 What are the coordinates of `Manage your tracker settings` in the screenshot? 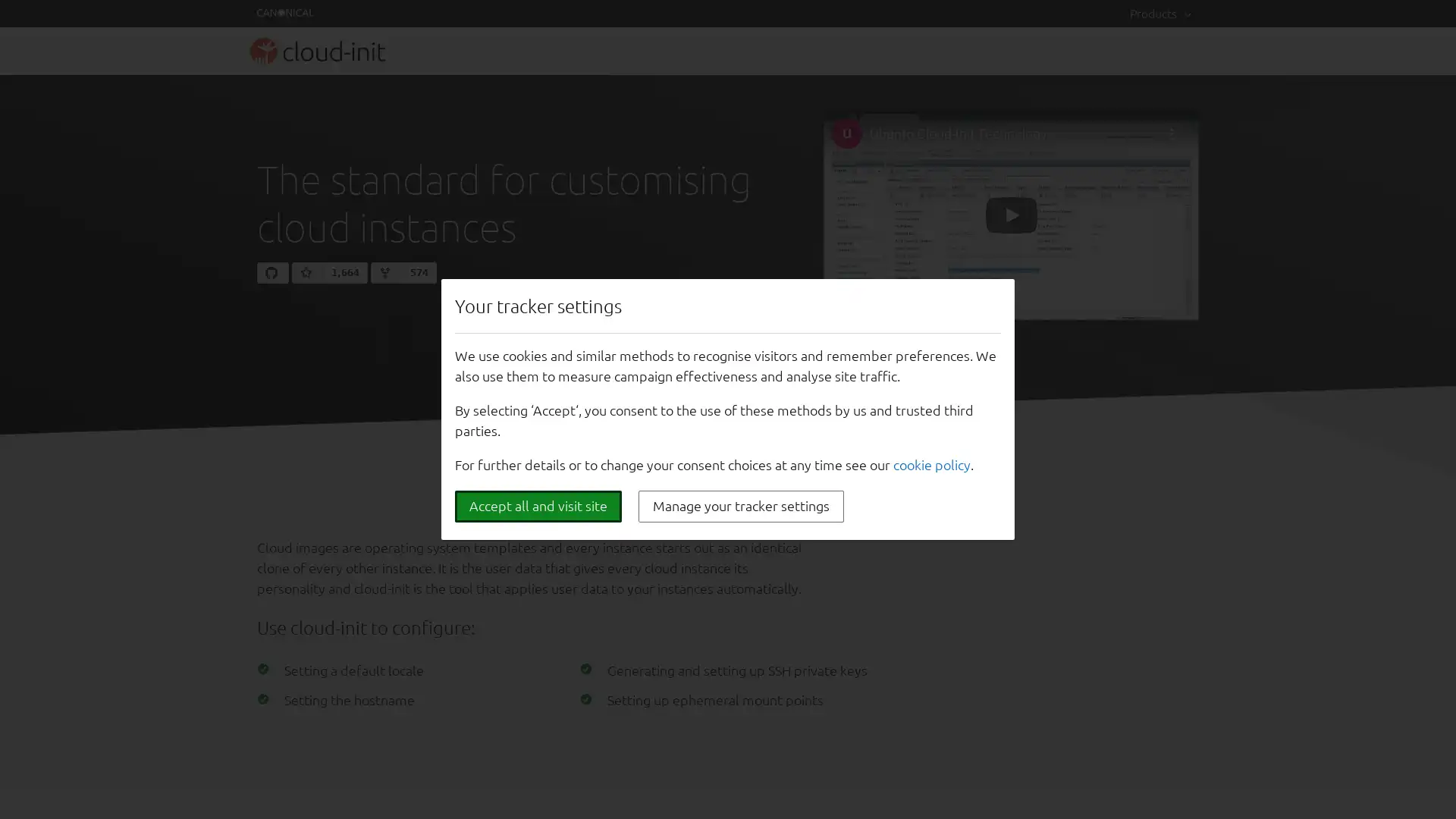 It's located at (741, 506).